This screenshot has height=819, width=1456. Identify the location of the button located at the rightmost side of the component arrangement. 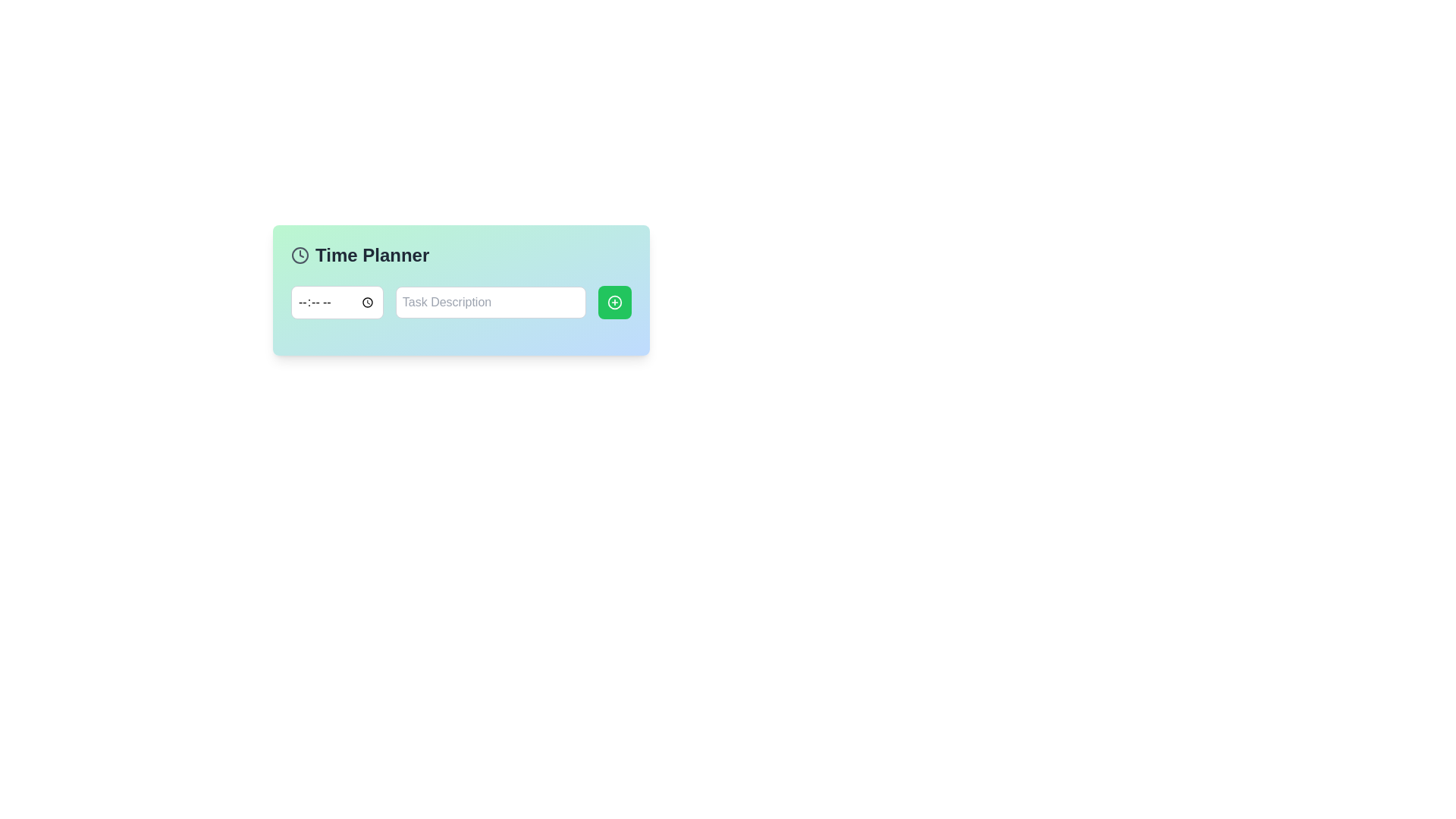
(615, 302).